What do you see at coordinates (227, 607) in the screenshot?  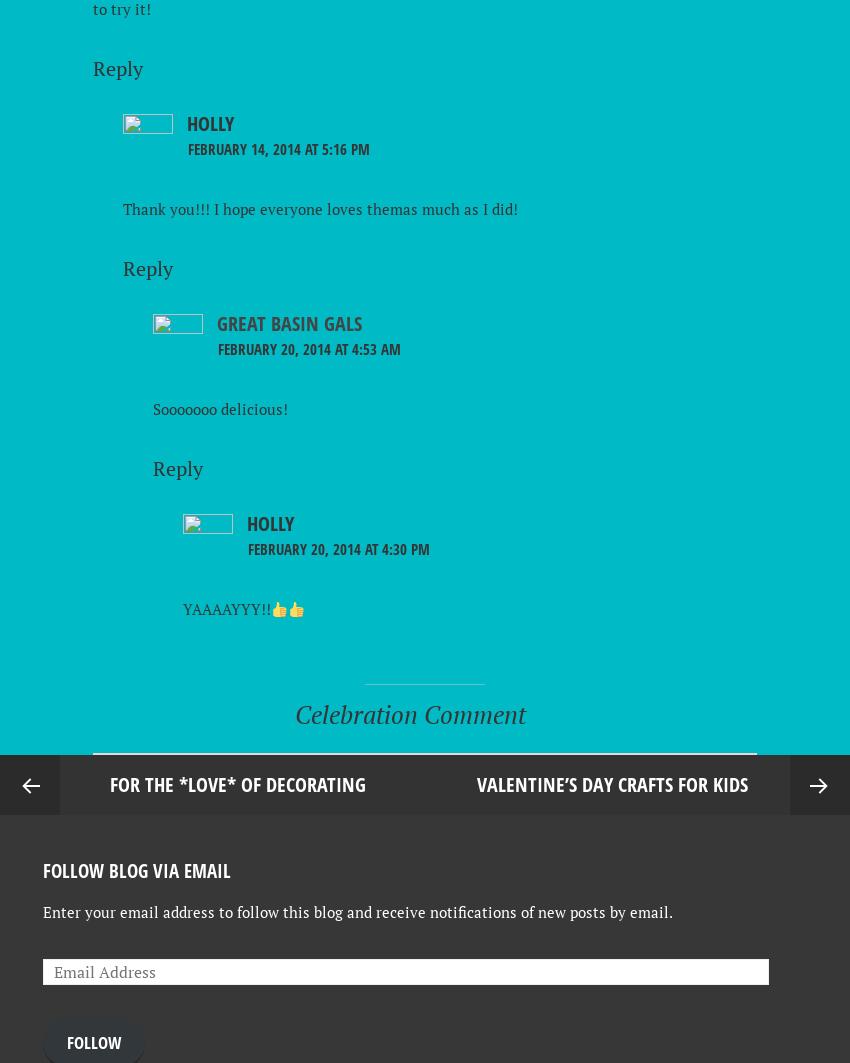 I see `'YAAAAYYY!!'` at bounding box center [227, 607].